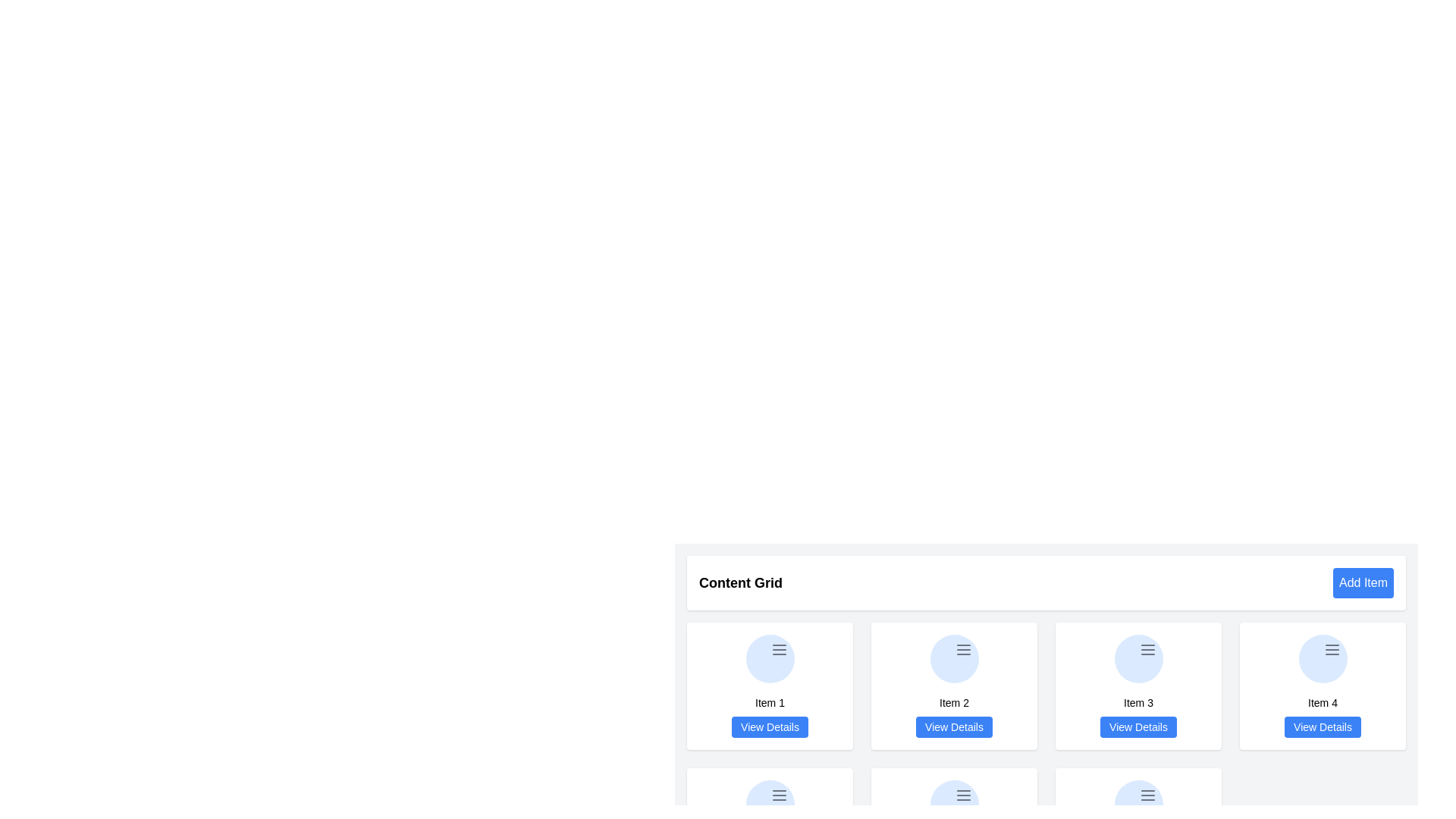 This screenshot has width=1456, height=819. What do you see at coordinates (770, 726) in the screenshot?
I see `the 'View Details' button, which is a blue rectangular button with rounded corners located at the bottom of the 'Item 1' card` at bounding box center [770, 726].